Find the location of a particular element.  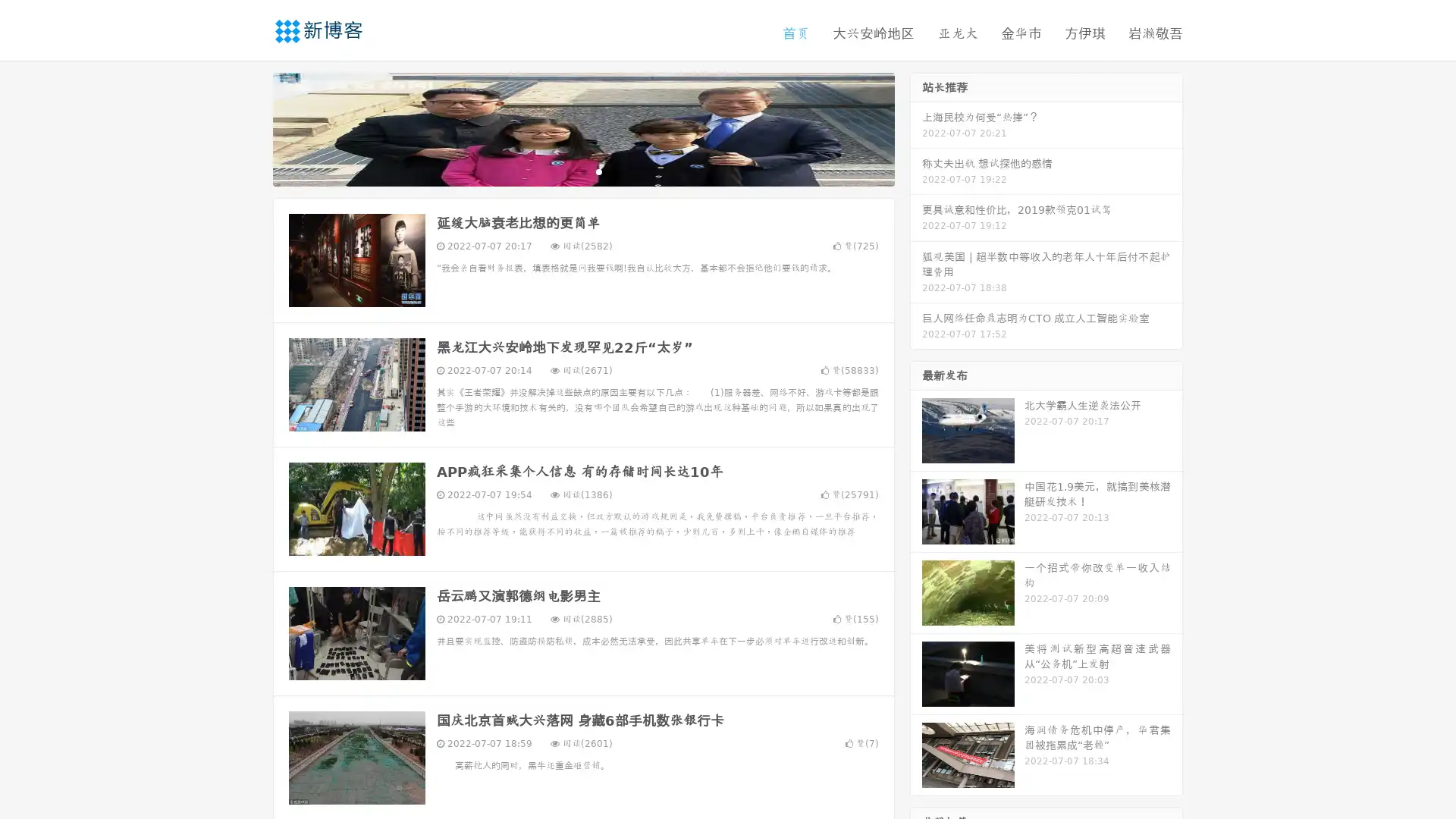

Go to slide 1 is located at coordinates (567, 171).